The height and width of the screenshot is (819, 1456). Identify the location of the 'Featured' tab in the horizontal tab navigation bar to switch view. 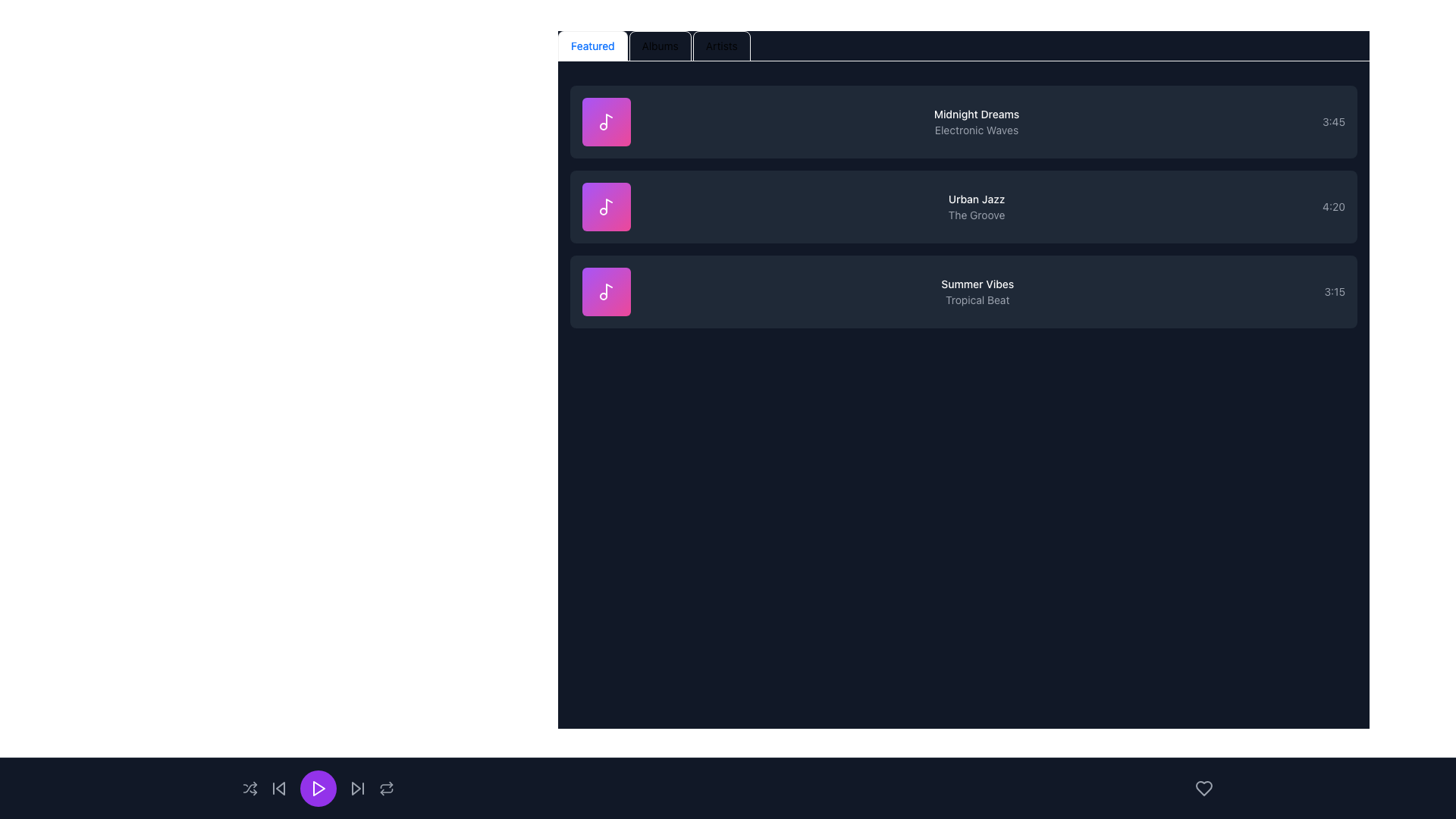
(963, 45).